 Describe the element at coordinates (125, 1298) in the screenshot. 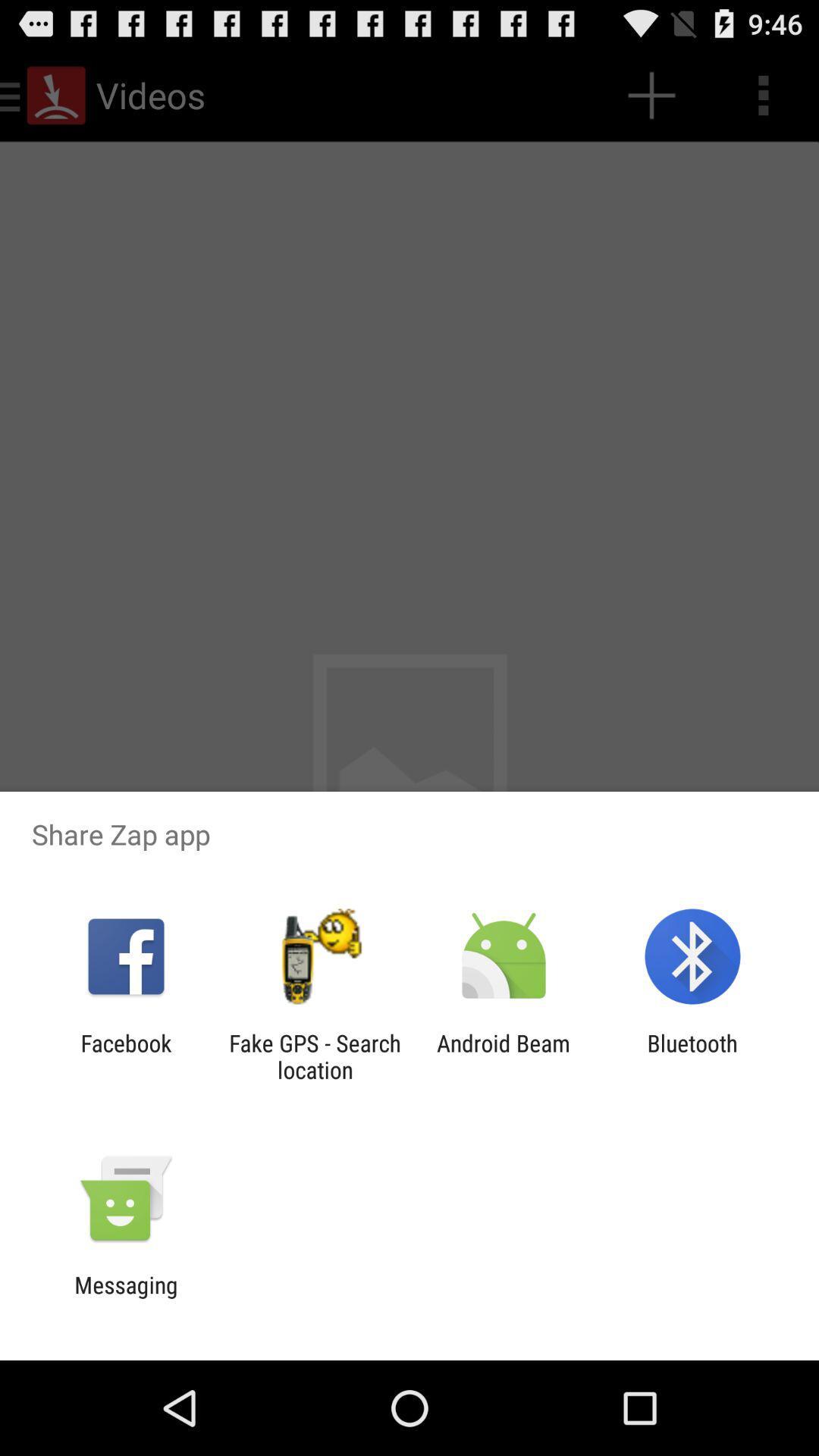

I see `the messaging icon` at that location.